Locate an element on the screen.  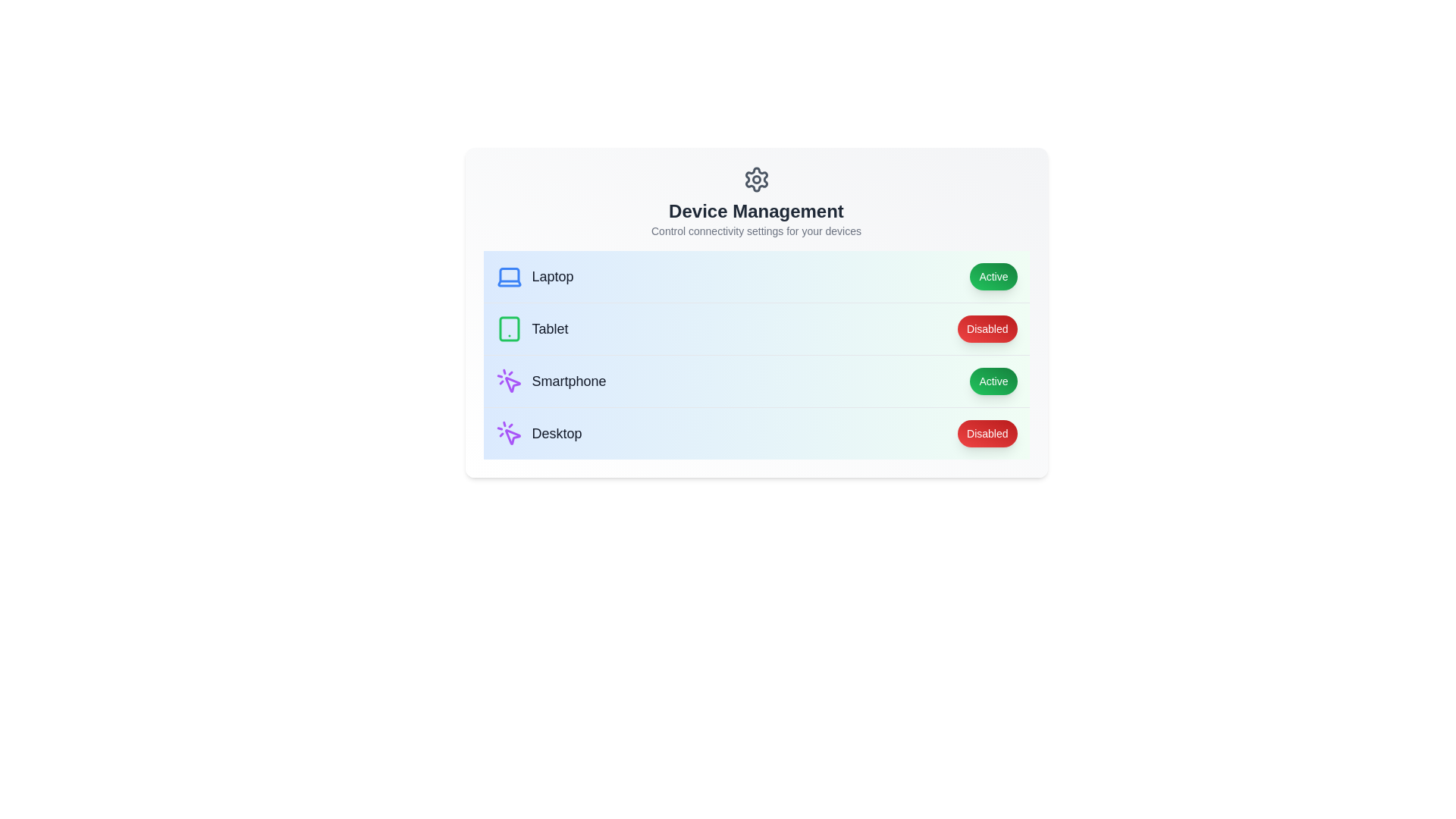
the icon representing the Smartphone to toggle its state is located at coordinates (509, 380).